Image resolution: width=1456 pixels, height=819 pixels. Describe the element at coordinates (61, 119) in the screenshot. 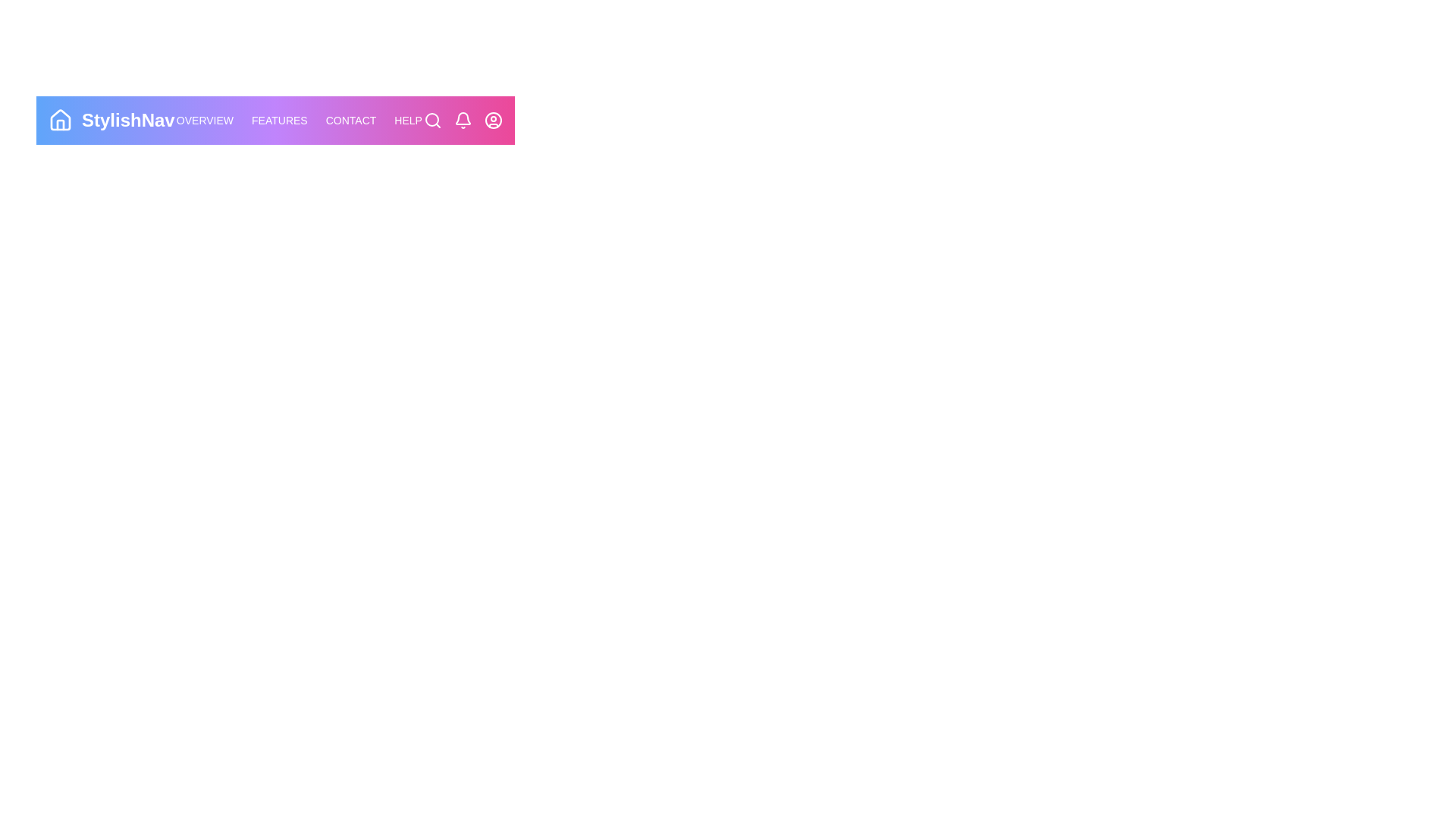

I see `the Home icon in the StyledAppBar` at that location.